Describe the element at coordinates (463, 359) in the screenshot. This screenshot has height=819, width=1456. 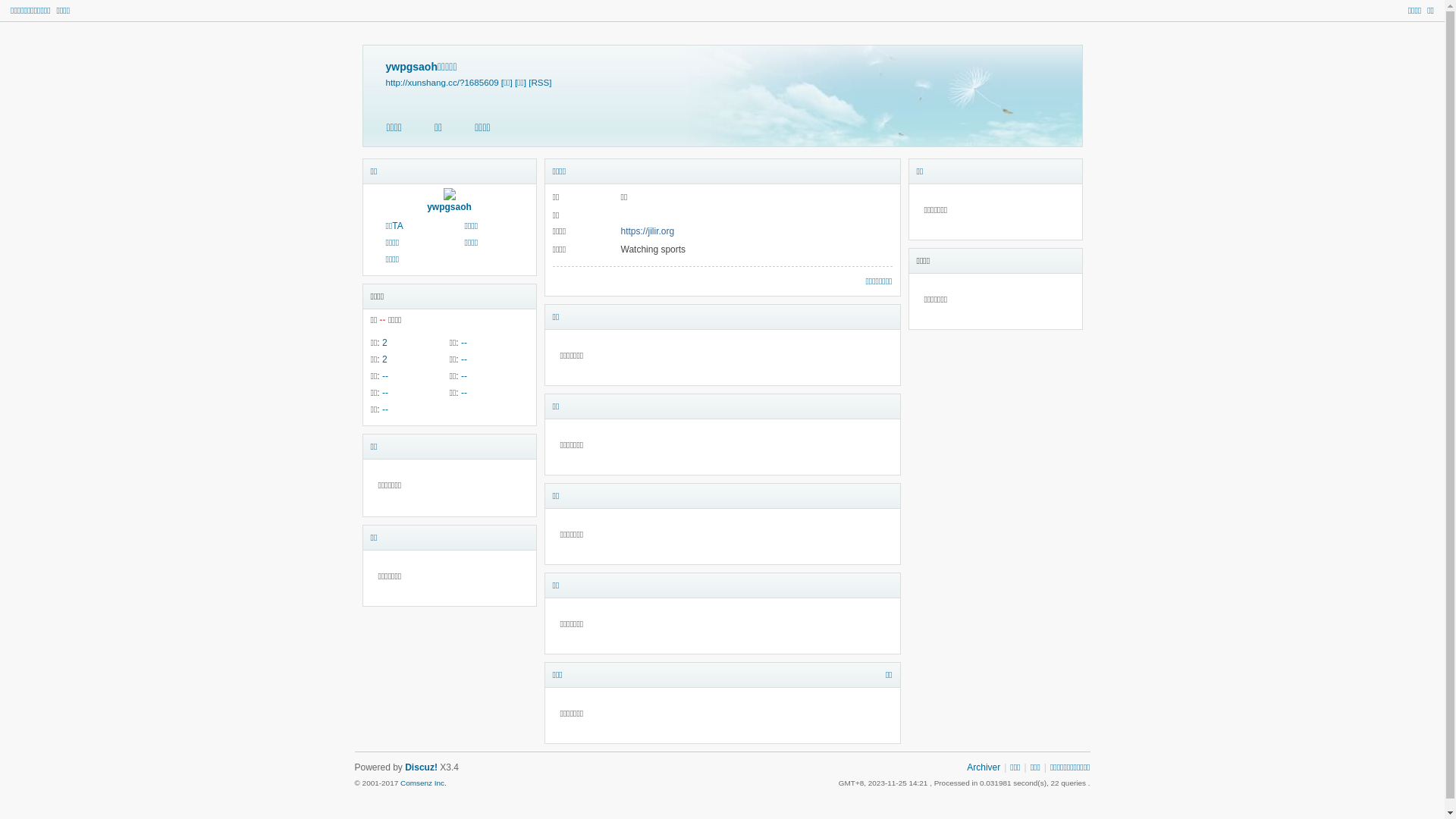
I see `'--'` at that location.